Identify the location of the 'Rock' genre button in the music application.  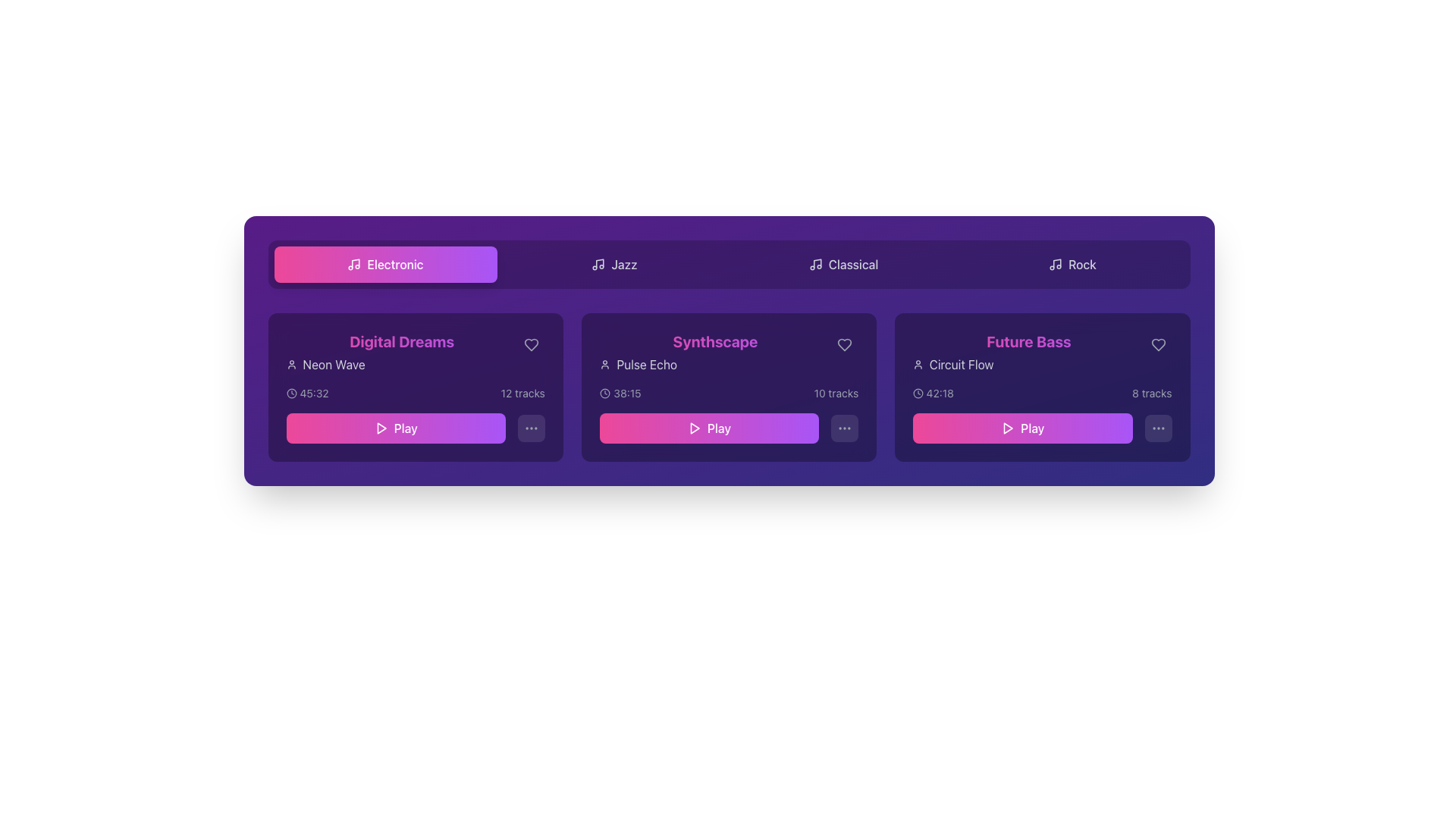
(1072, 263).